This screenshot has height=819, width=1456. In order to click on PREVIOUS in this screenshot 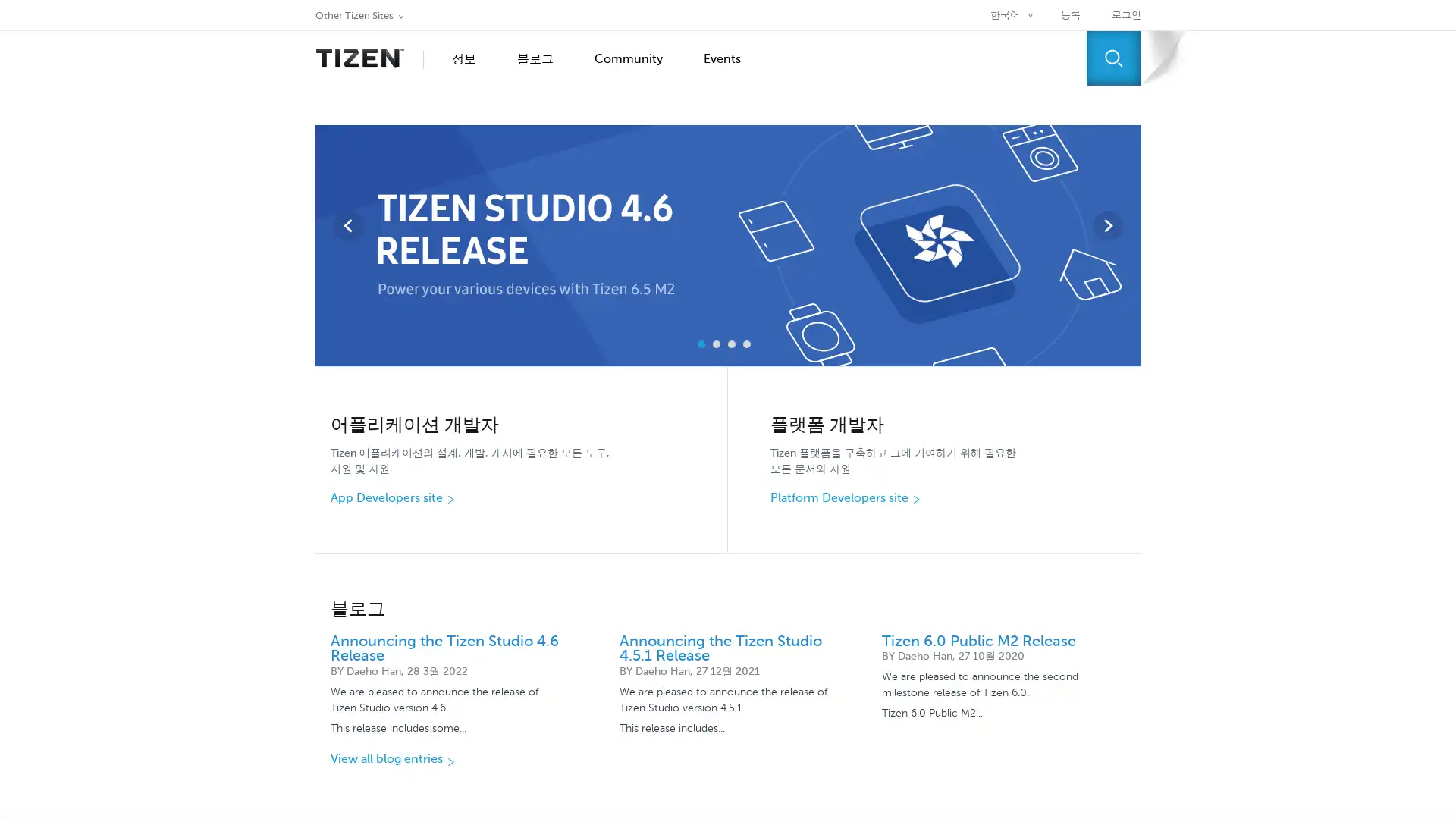, I will do `click(347, 225)`.